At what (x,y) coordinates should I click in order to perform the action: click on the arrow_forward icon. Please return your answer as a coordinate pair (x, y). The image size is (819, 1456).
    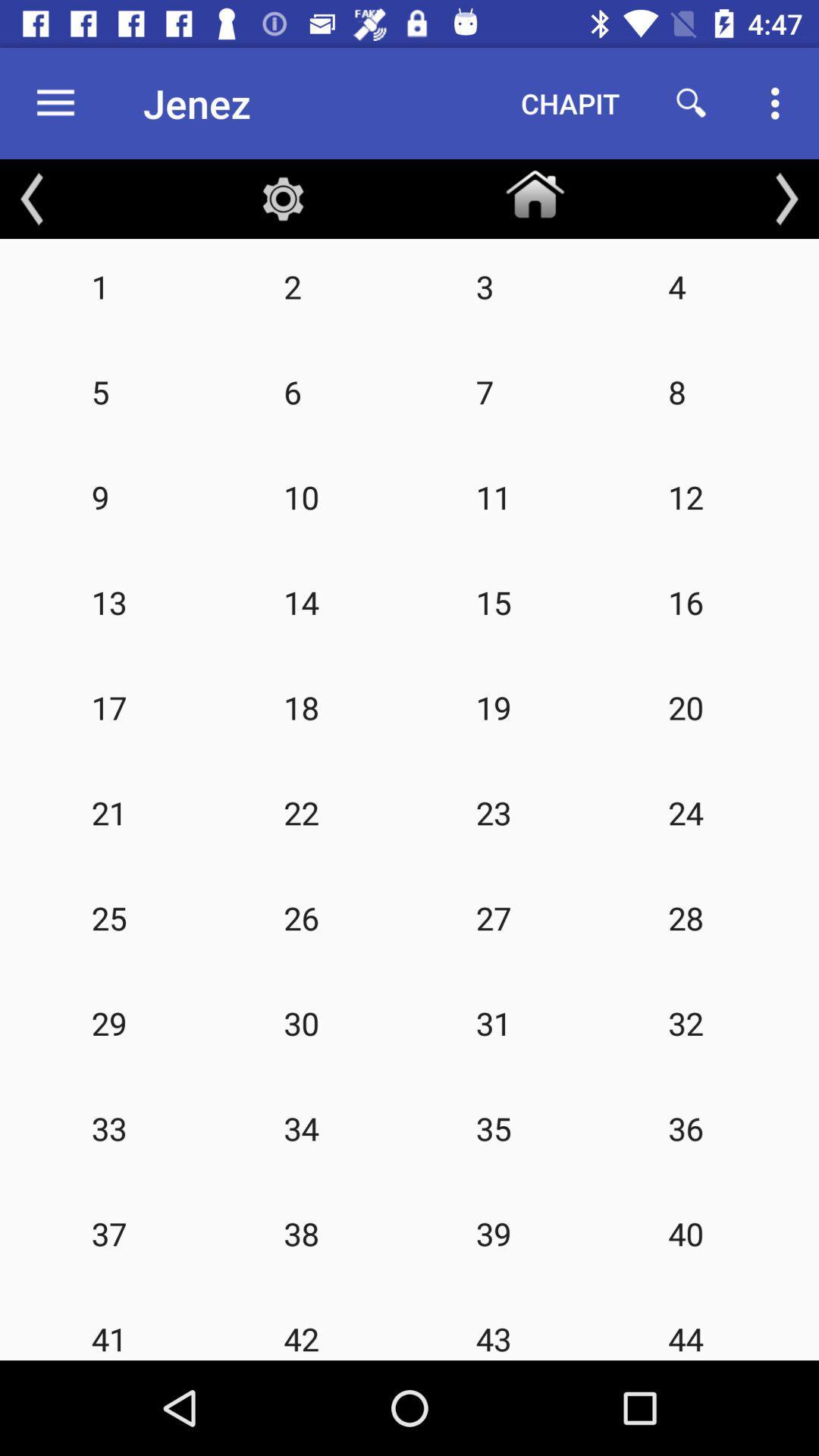
    Looking at the image, I should click on (786, 198).